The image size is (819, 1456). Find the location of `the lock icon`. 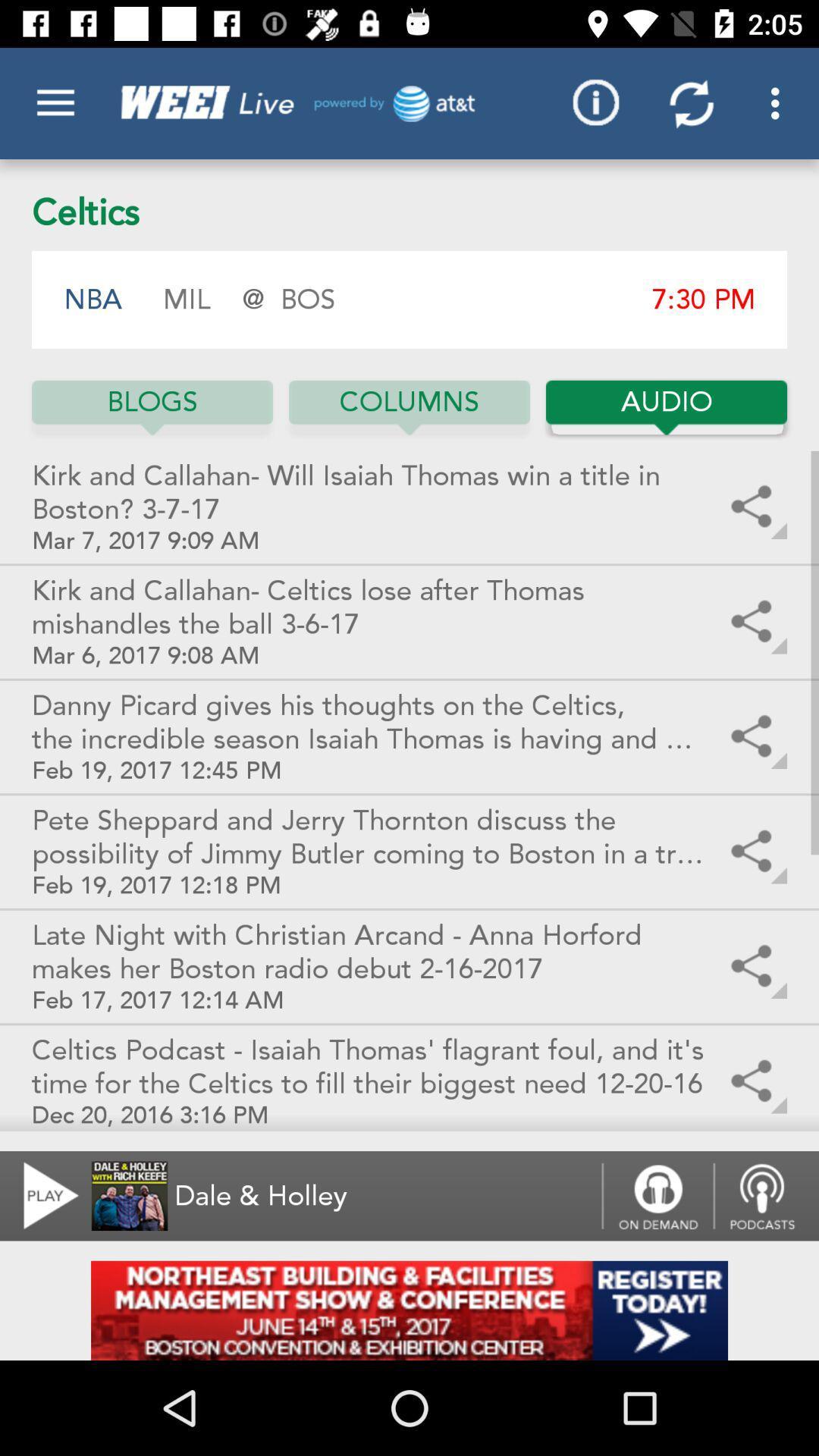

the lock icon is located at coordinates (657, 1195).